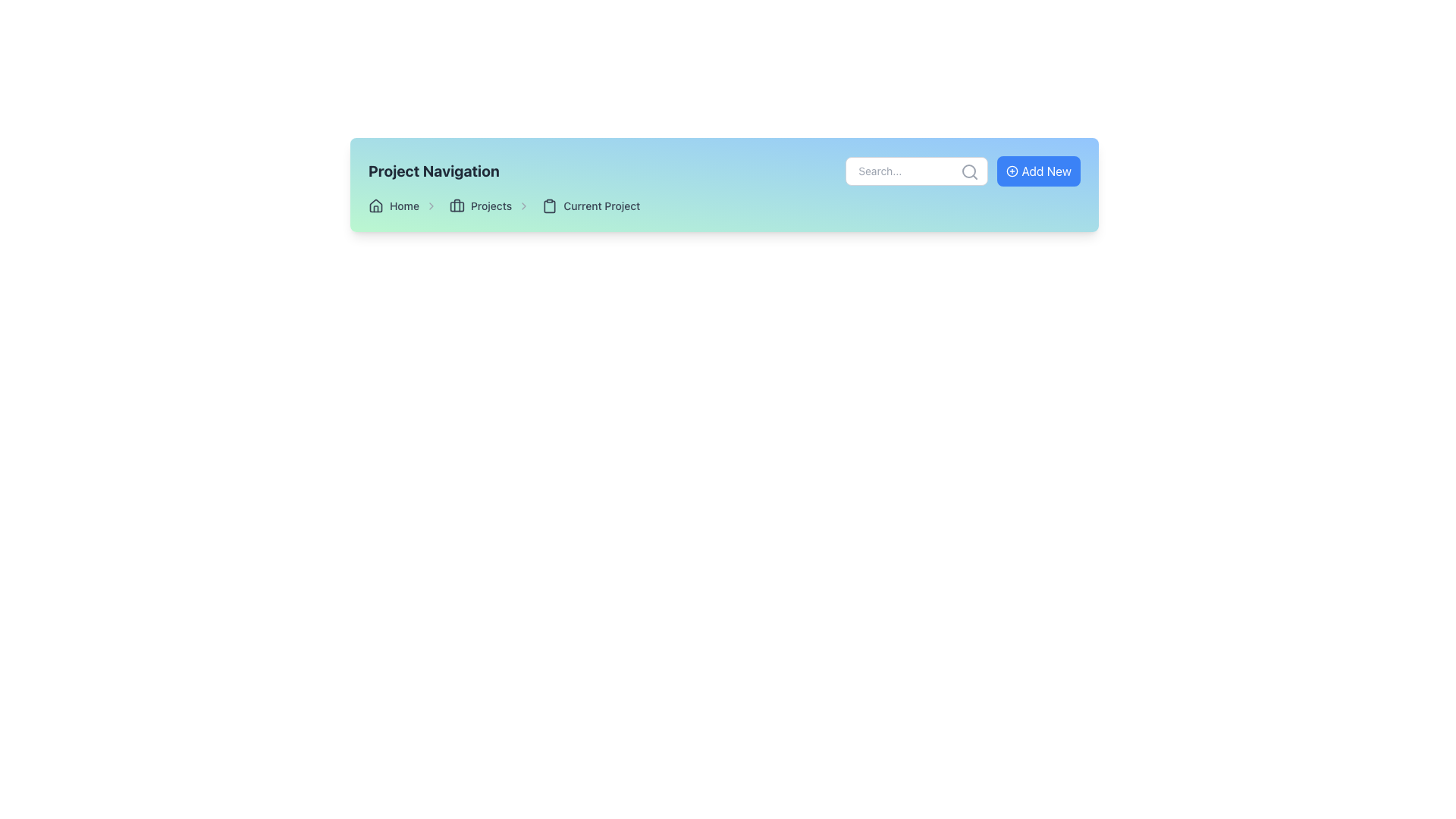 This screenshot has width=1456, height=819. Describe the element at coordinates (404, 206) in the screenshot. I see `the 'Home' text label in the breadcrumb navigation bar, which indicates the current section of the navigational hierarchy` at that location.